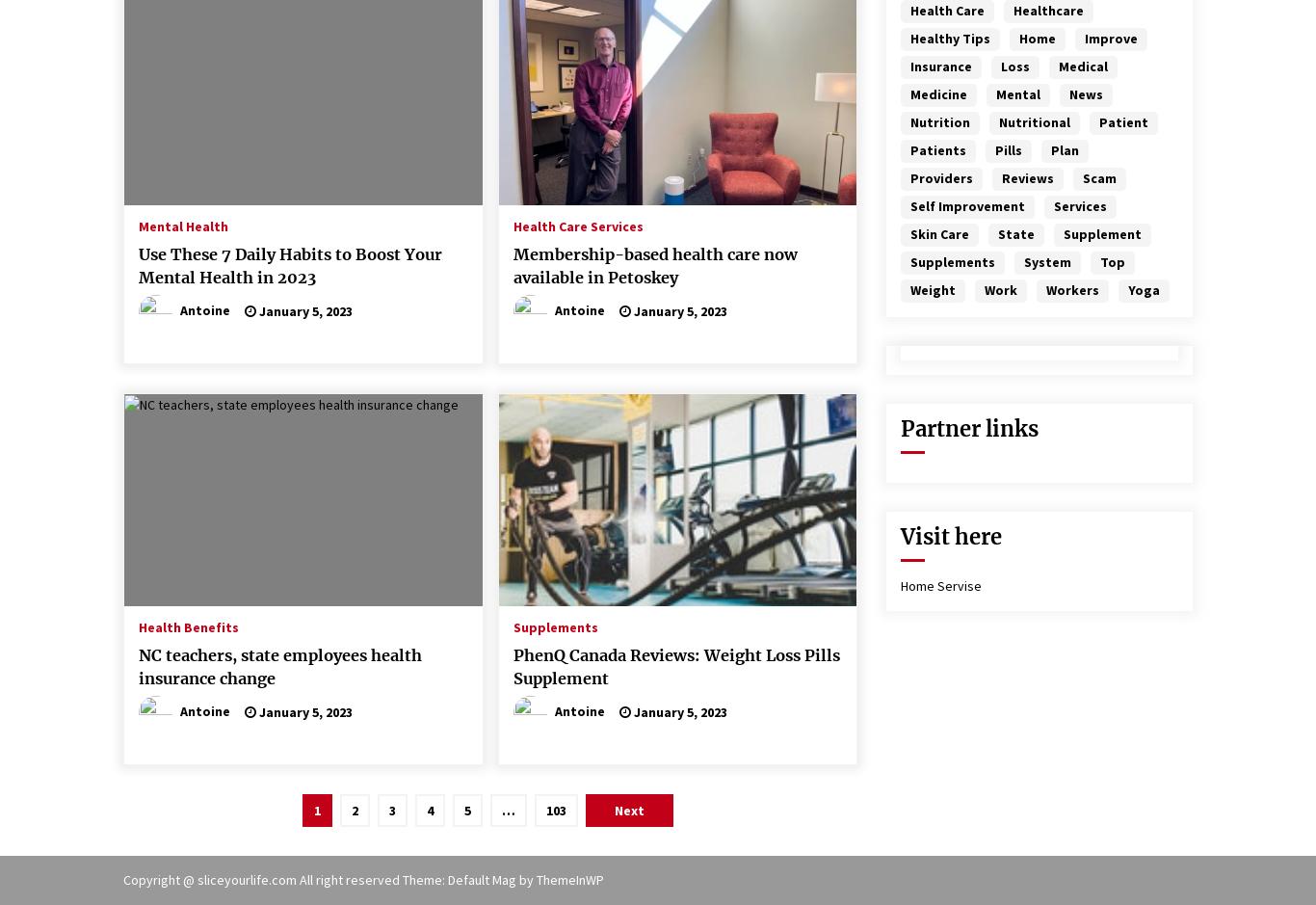  What do you see at coordinates (1111, 38) in the screenshot?
I see `'improve'` at bounding box center [1111, 38].